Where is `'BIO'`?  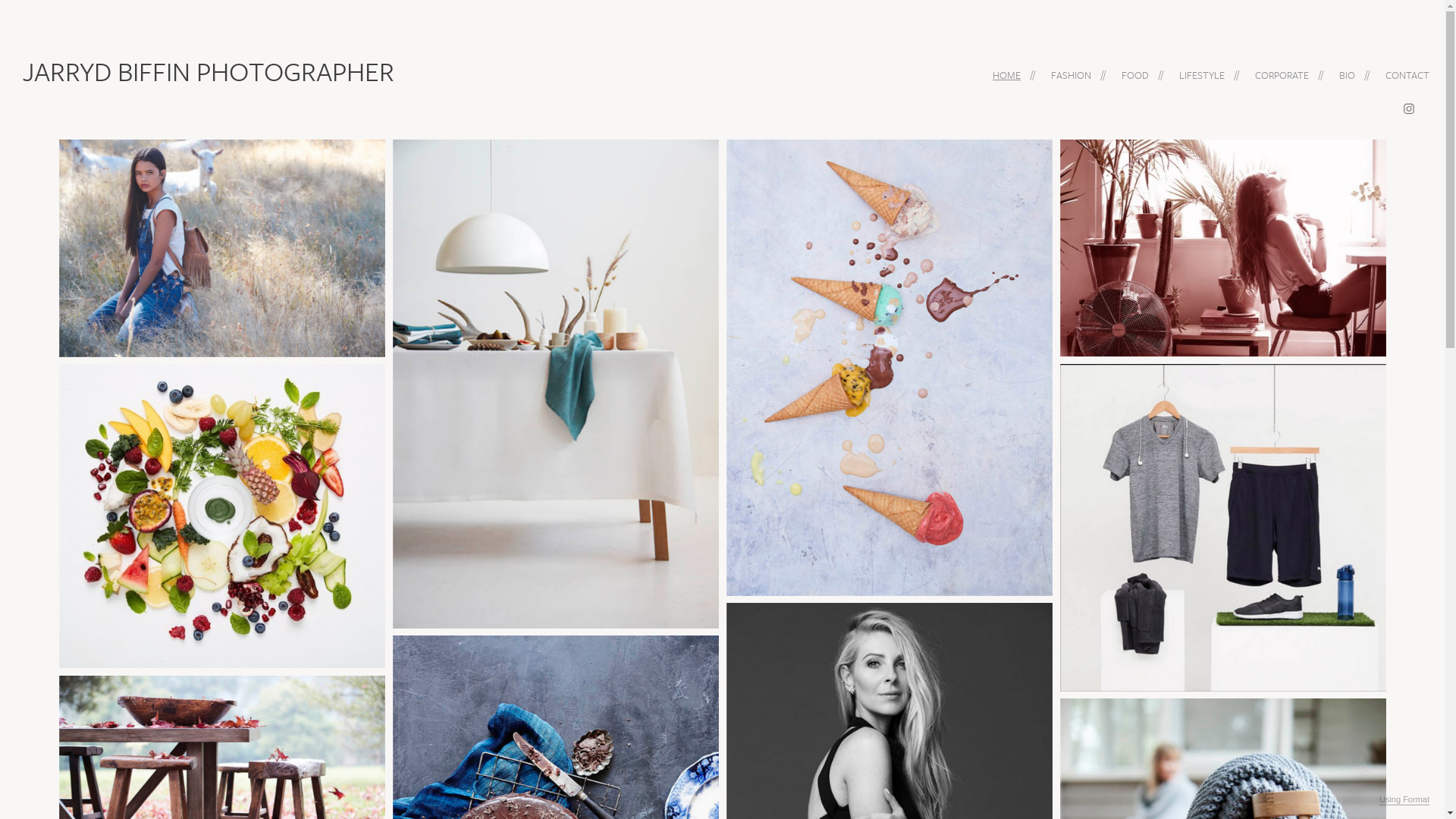
'BIO' is located at coordinates (1339, 73).